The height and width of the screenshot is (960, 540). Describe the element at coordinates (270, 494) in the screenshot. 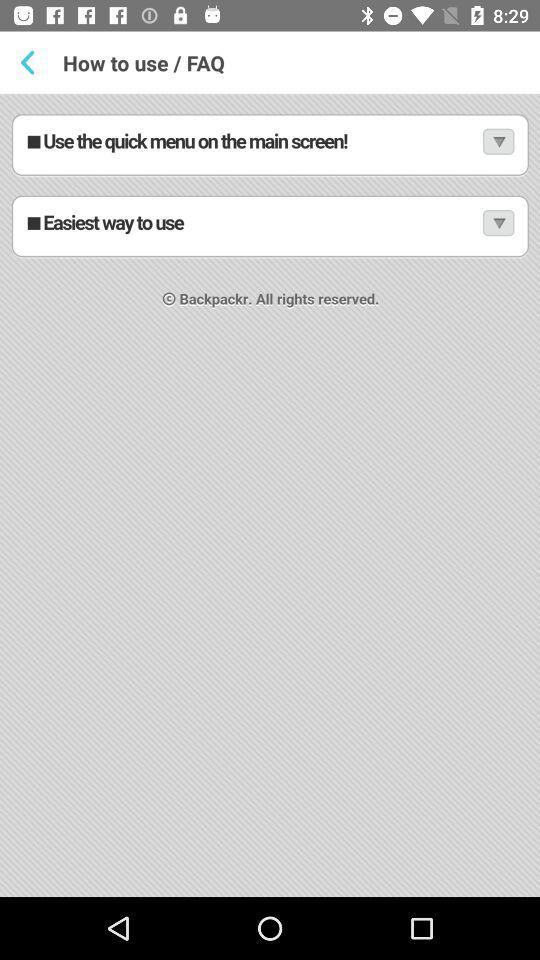

I see `screen page` at that location.